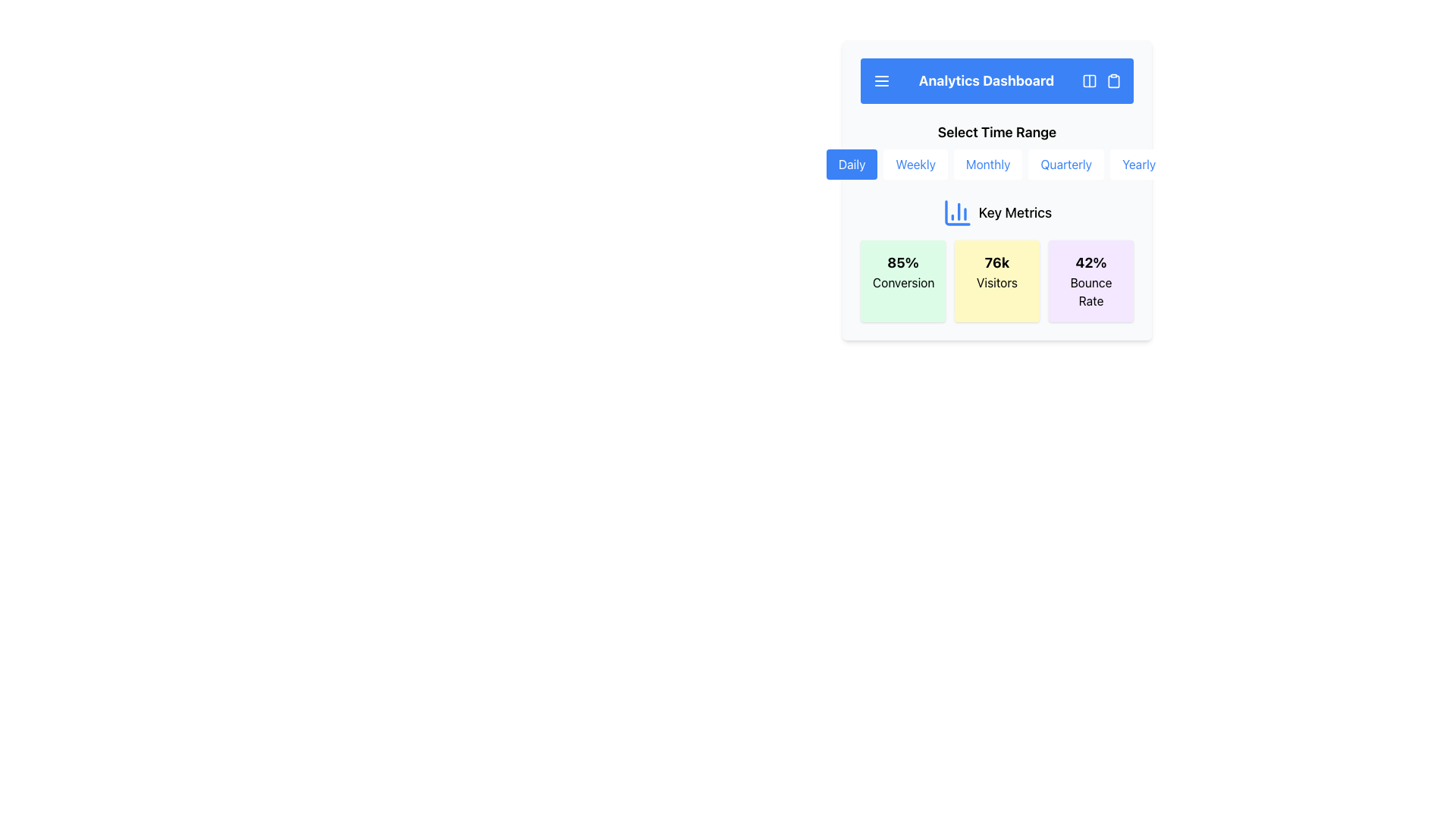 Image resolution: width=1456 pixels, height=819 pixels. Describe the element at coordinates (1113, 81) in the screenshot. I see `the clipboard icon located to the right of the 'Analytics Dashboard' text in the header section` at that location.